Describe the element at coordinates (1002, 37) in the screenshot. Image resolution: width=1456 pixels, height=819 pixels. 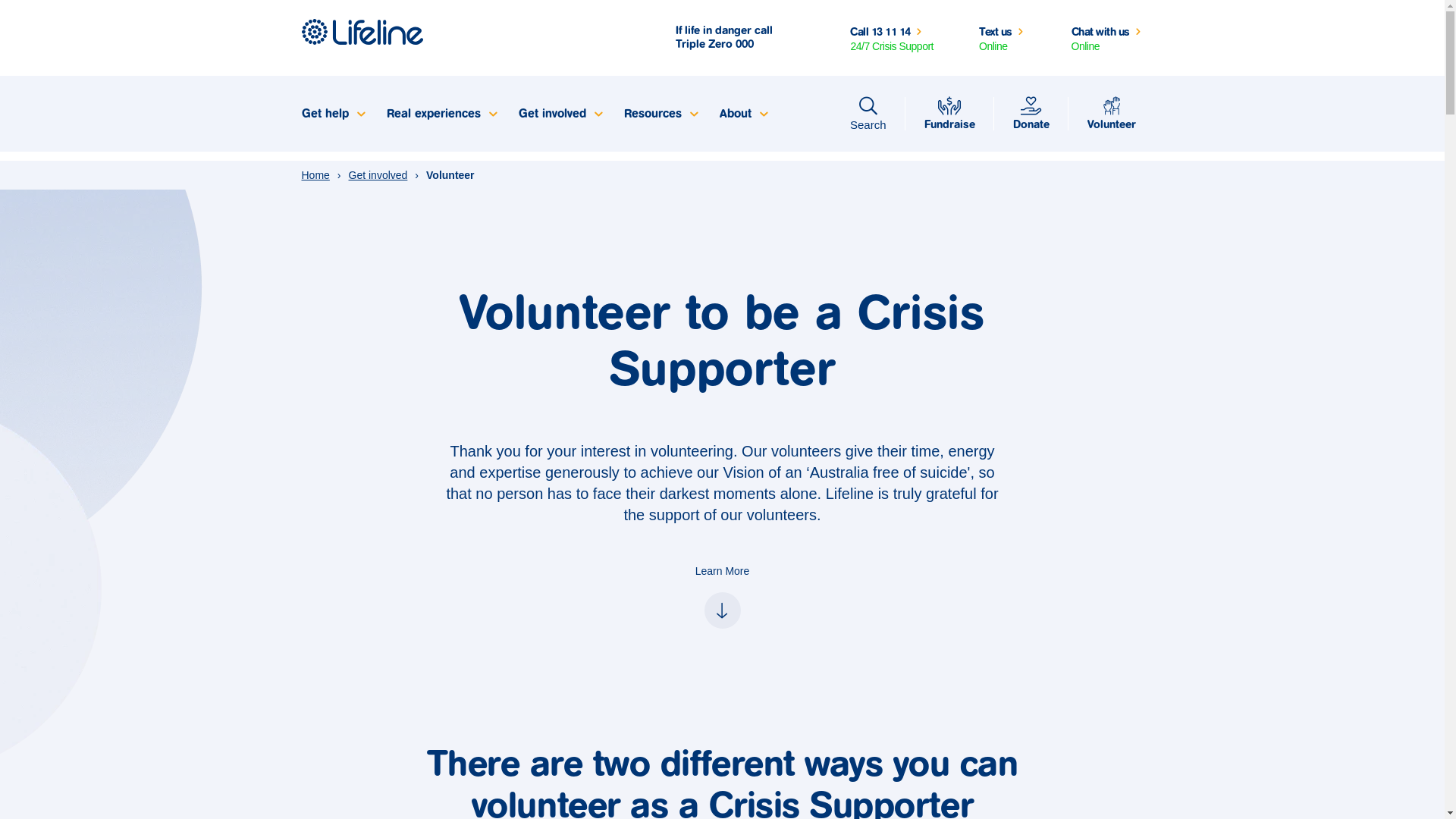
I see `'Text us` at that location.